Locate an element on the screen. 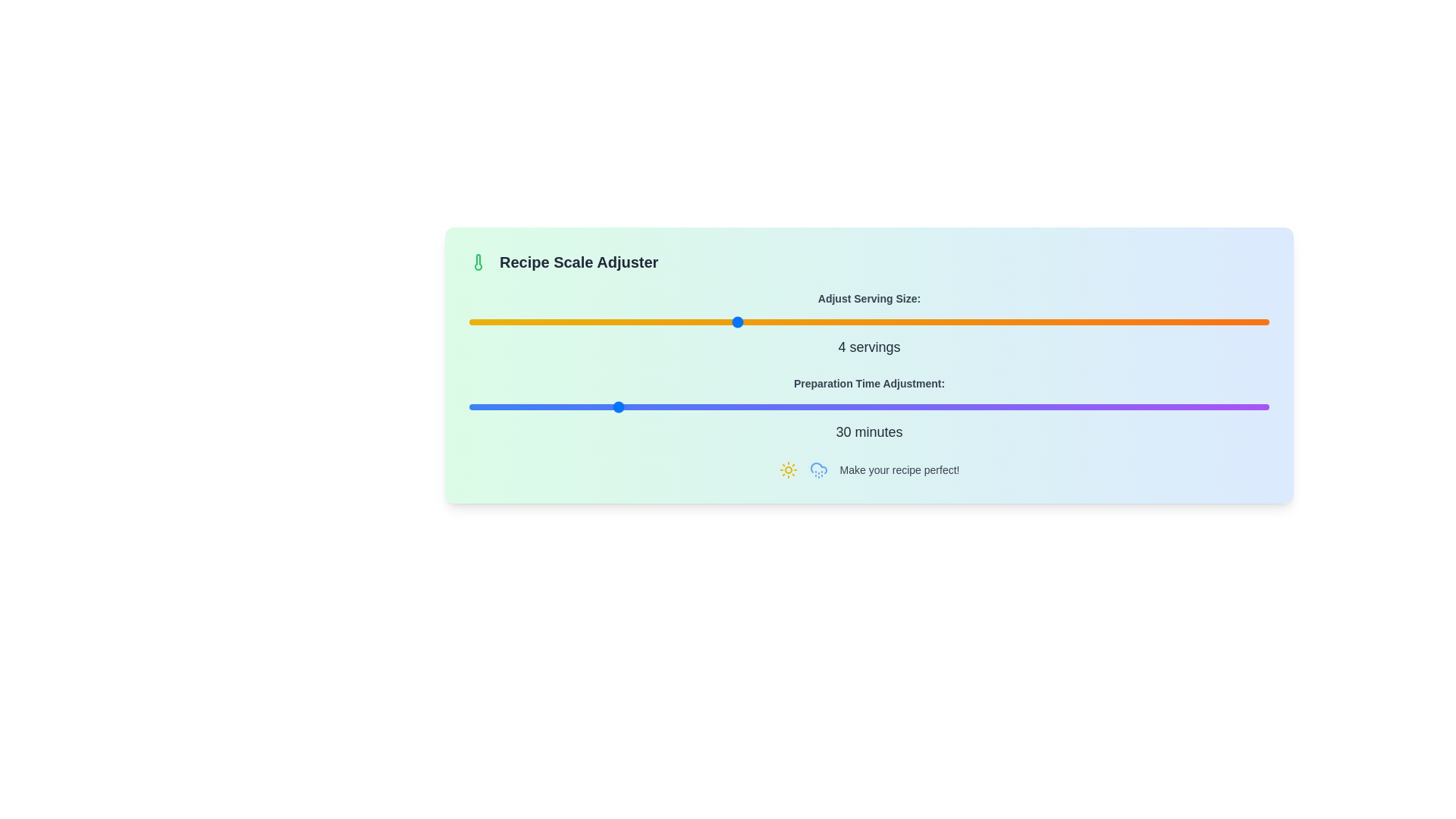 This screenshot has width=1456, height=819. preparation time adjustment is located at coordinates (825, 406).